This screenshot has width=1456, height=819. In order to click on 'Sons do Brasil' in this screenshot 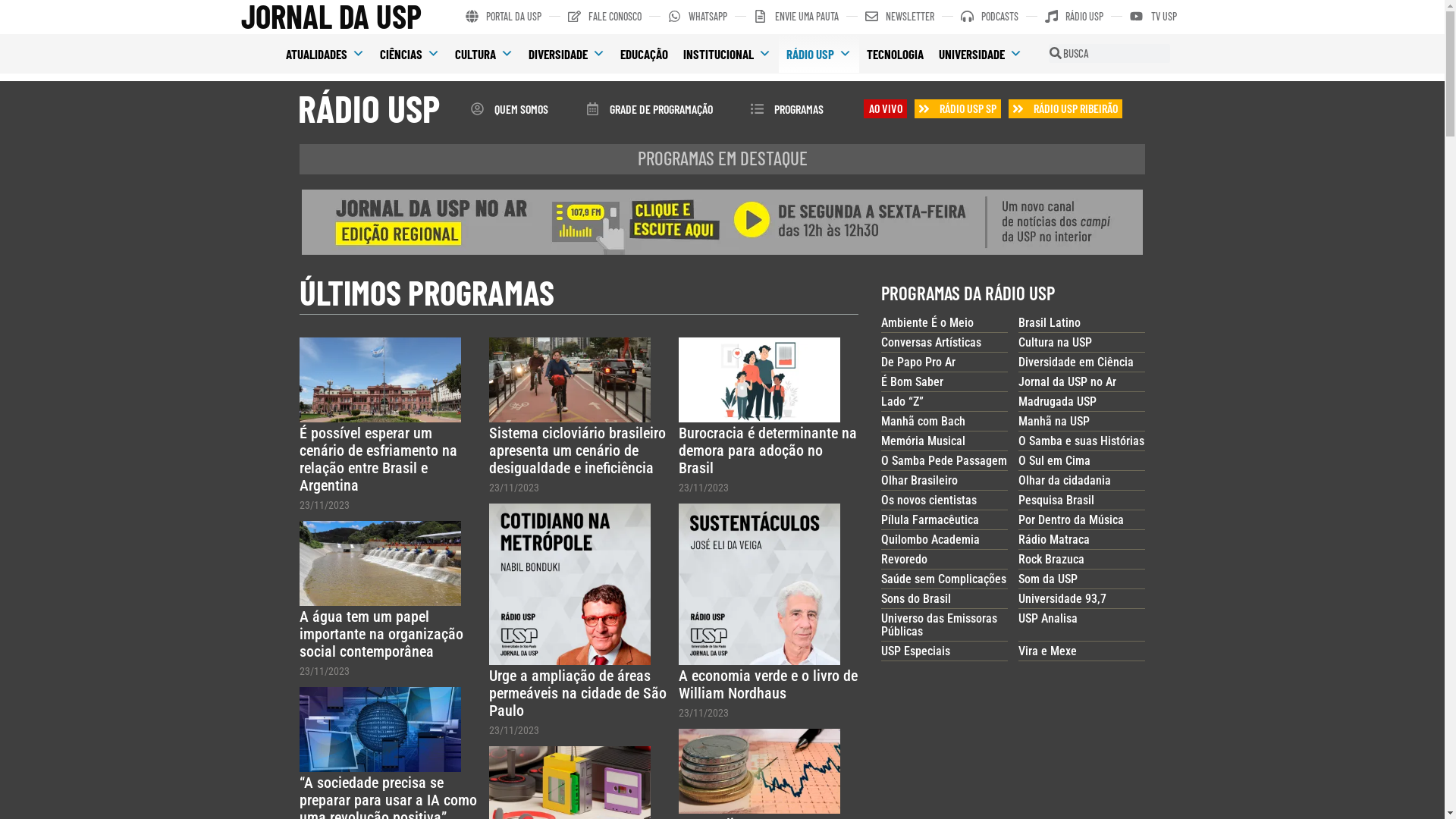, I will do `click(915, 598)`.